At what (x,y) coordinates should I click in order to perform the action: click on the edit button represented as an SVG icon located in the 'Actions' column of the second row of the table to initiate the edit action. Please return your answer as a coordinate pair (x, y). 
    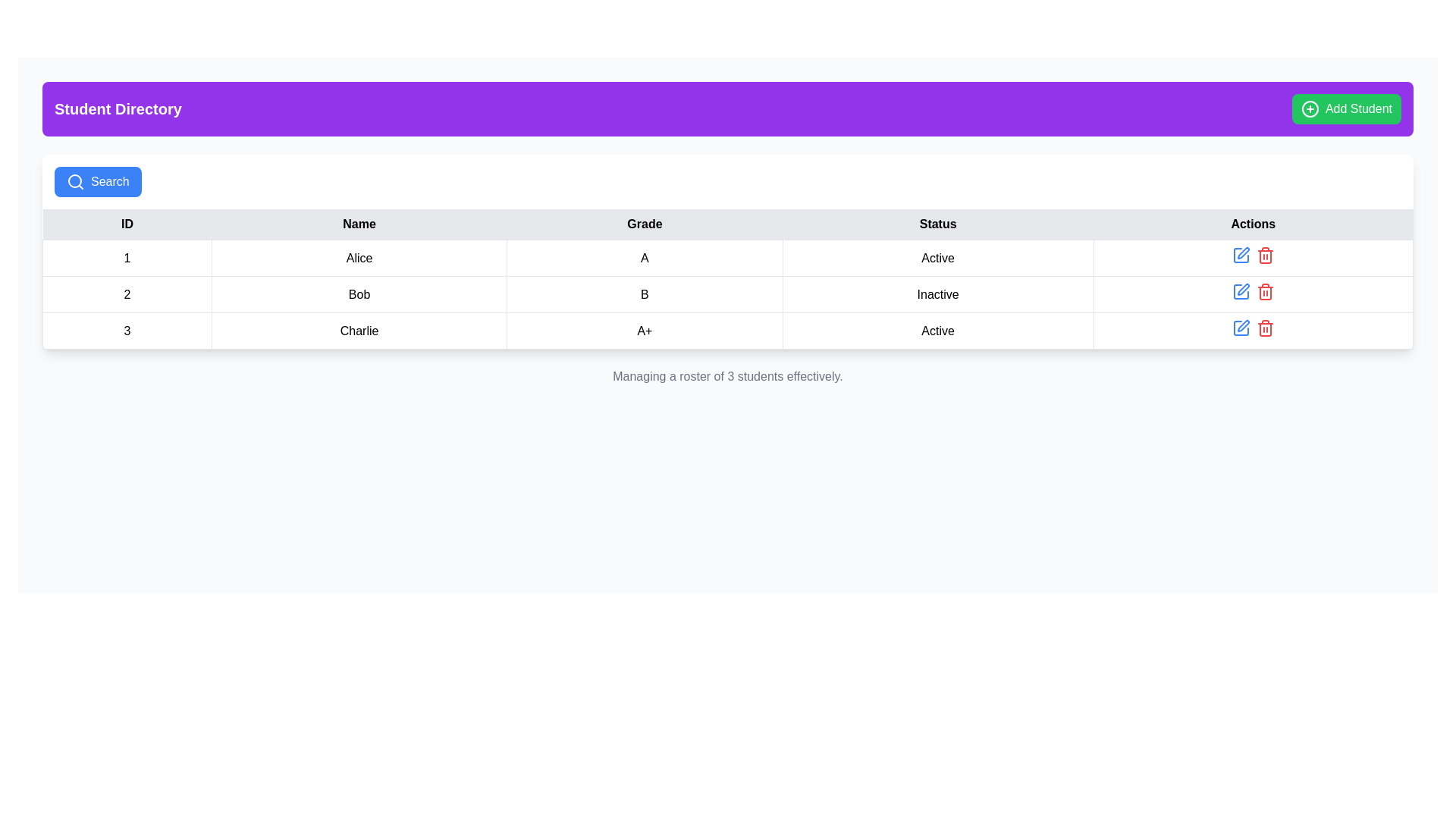
    Looking at the image, I should click on (1241, 292).